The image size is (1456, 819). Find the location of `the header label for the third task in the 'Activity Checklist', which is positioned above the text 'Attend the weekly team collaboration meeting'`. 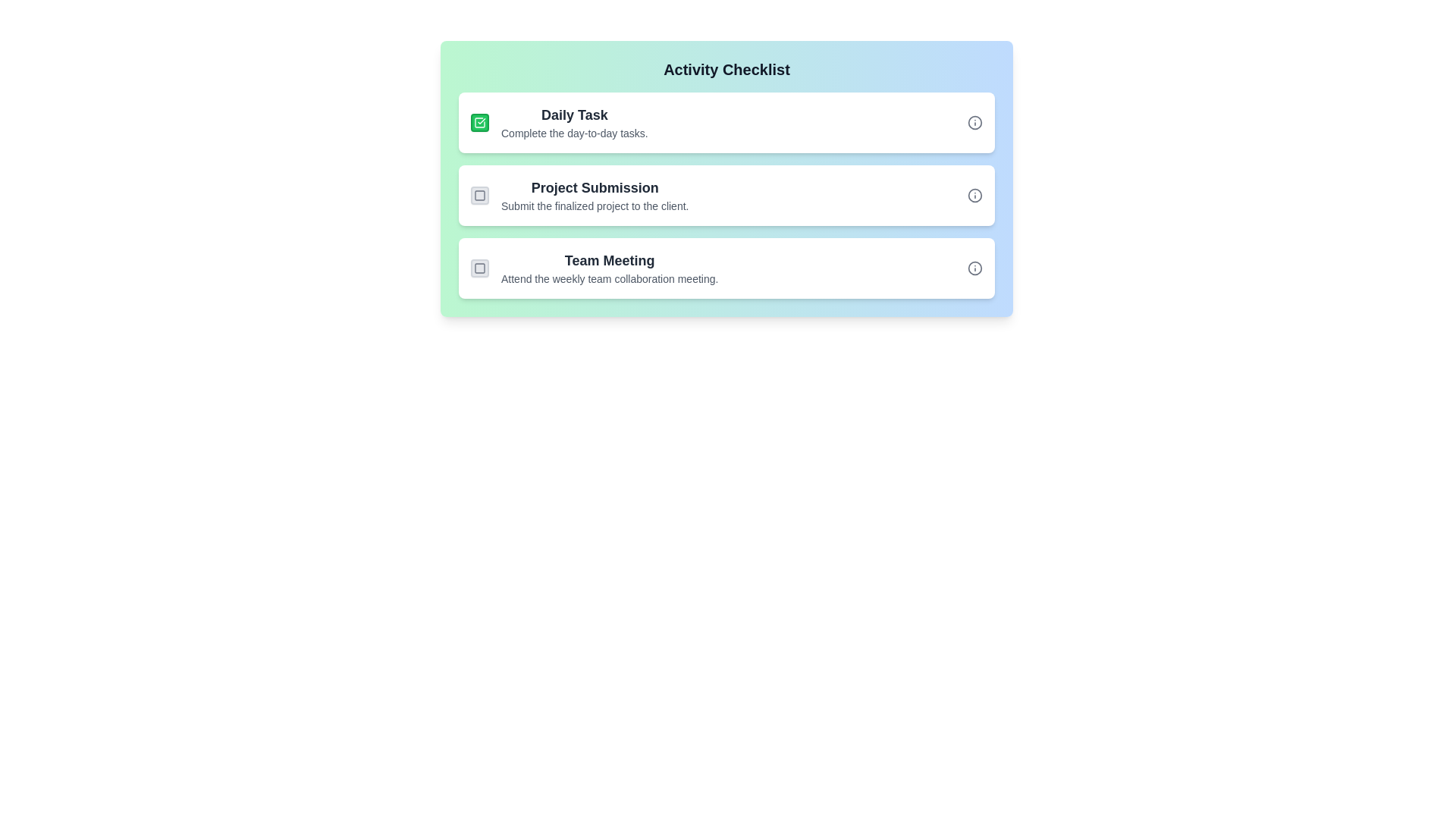

the header label for the third task in the 'Activity Checklist', which is positioned above the text 'Attend the weekly team collaboration meeting' is located at coordinates (610, 259).